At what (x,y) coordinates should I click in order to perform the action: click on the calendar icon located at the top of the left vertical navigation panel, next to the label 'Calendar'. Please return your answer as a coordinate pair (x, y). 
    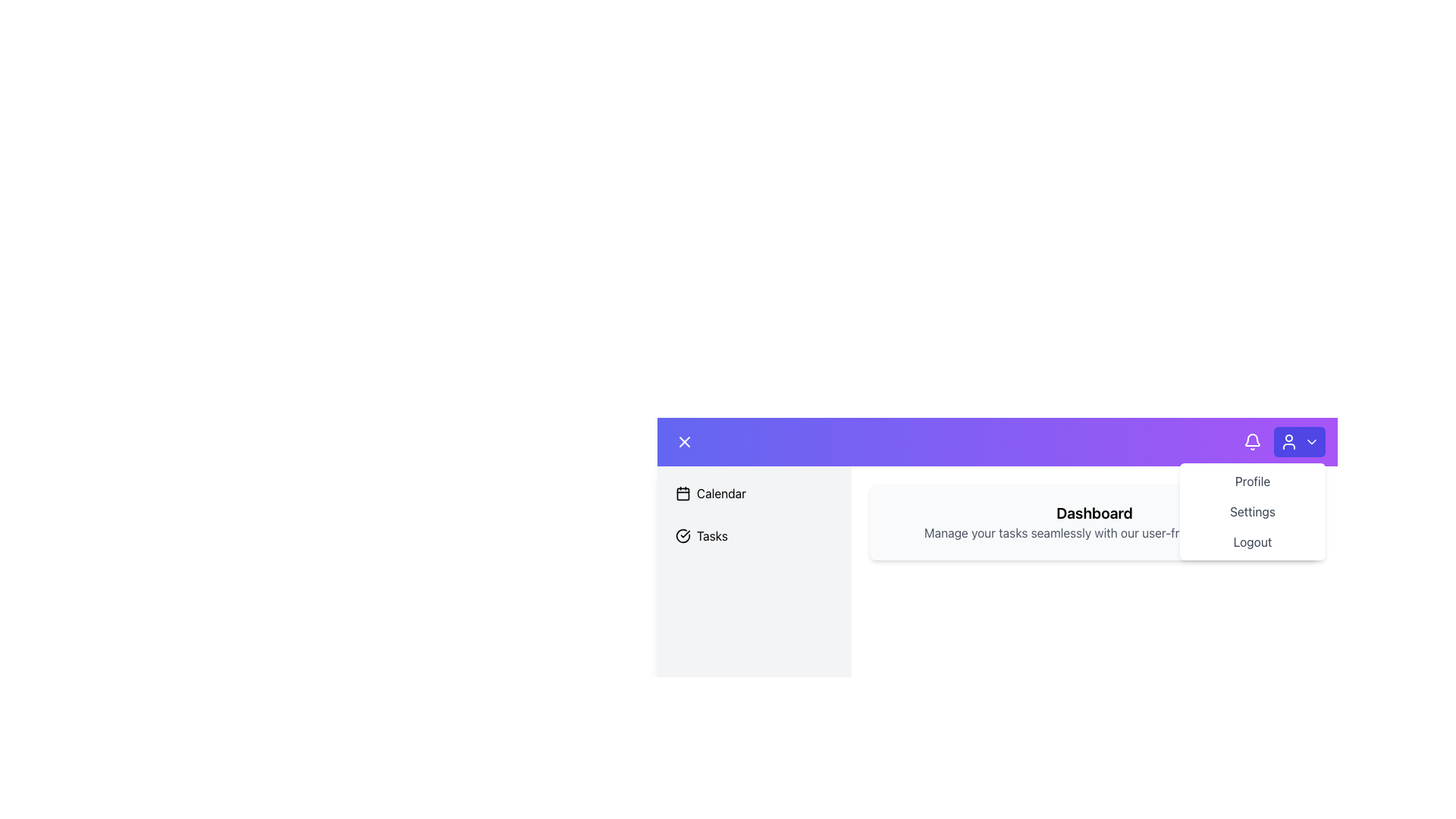
    Looking at the image, I should click on (682, 494).